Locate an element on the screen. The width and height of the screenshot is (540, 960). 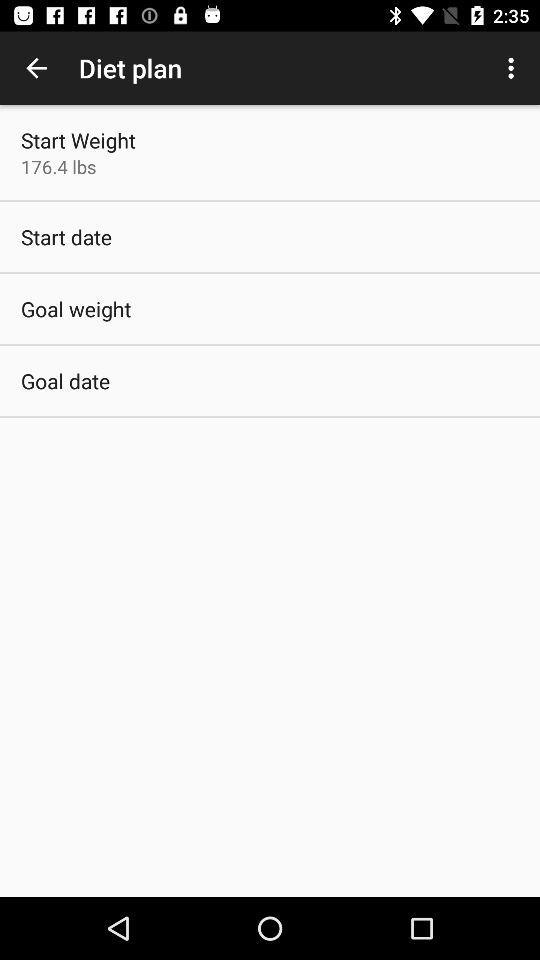
icon on the left is located at coordinates (65, 380).